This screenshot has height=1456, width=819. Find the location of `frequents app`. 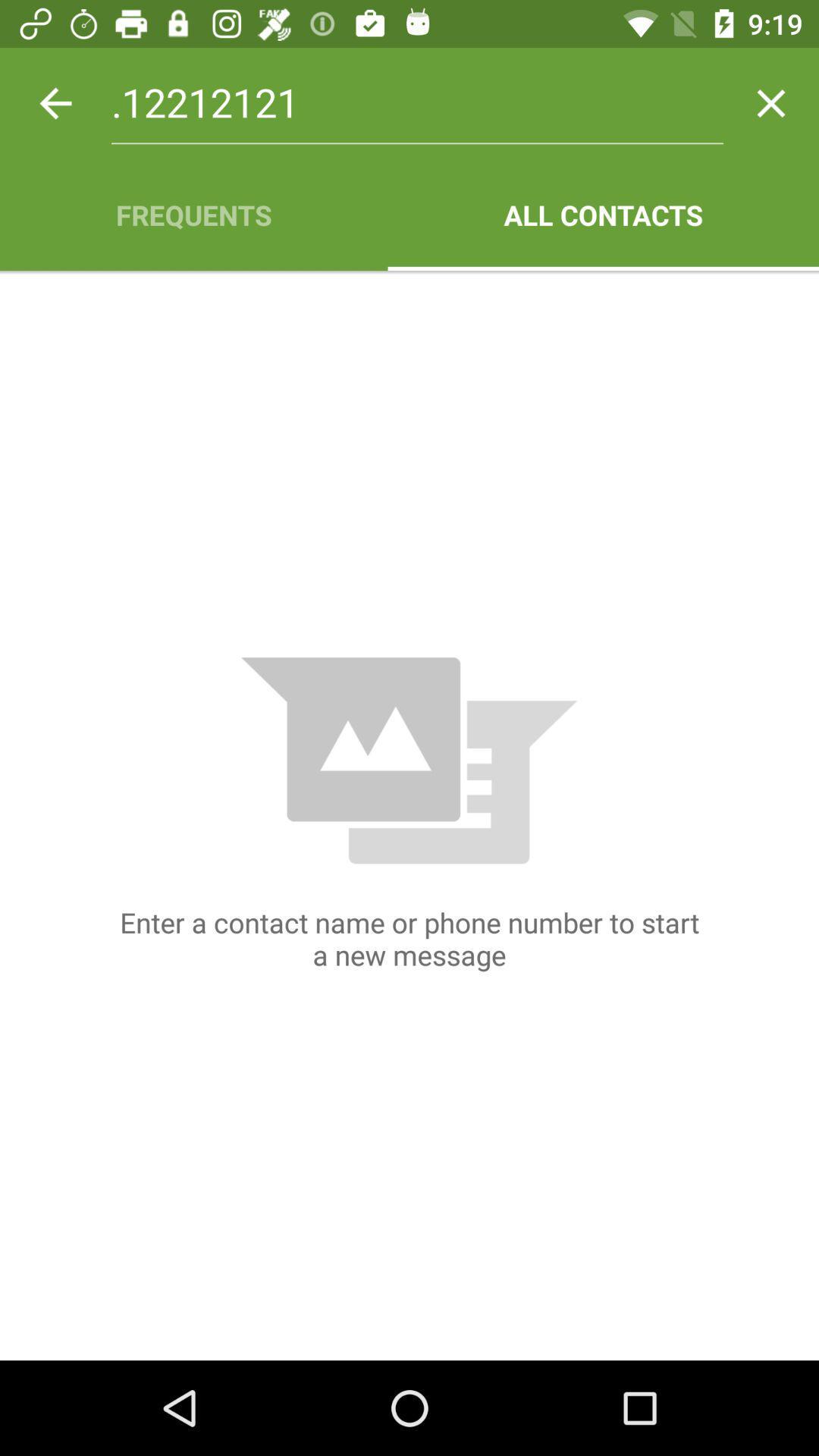

frequents app is located at coordinates (193, 214).